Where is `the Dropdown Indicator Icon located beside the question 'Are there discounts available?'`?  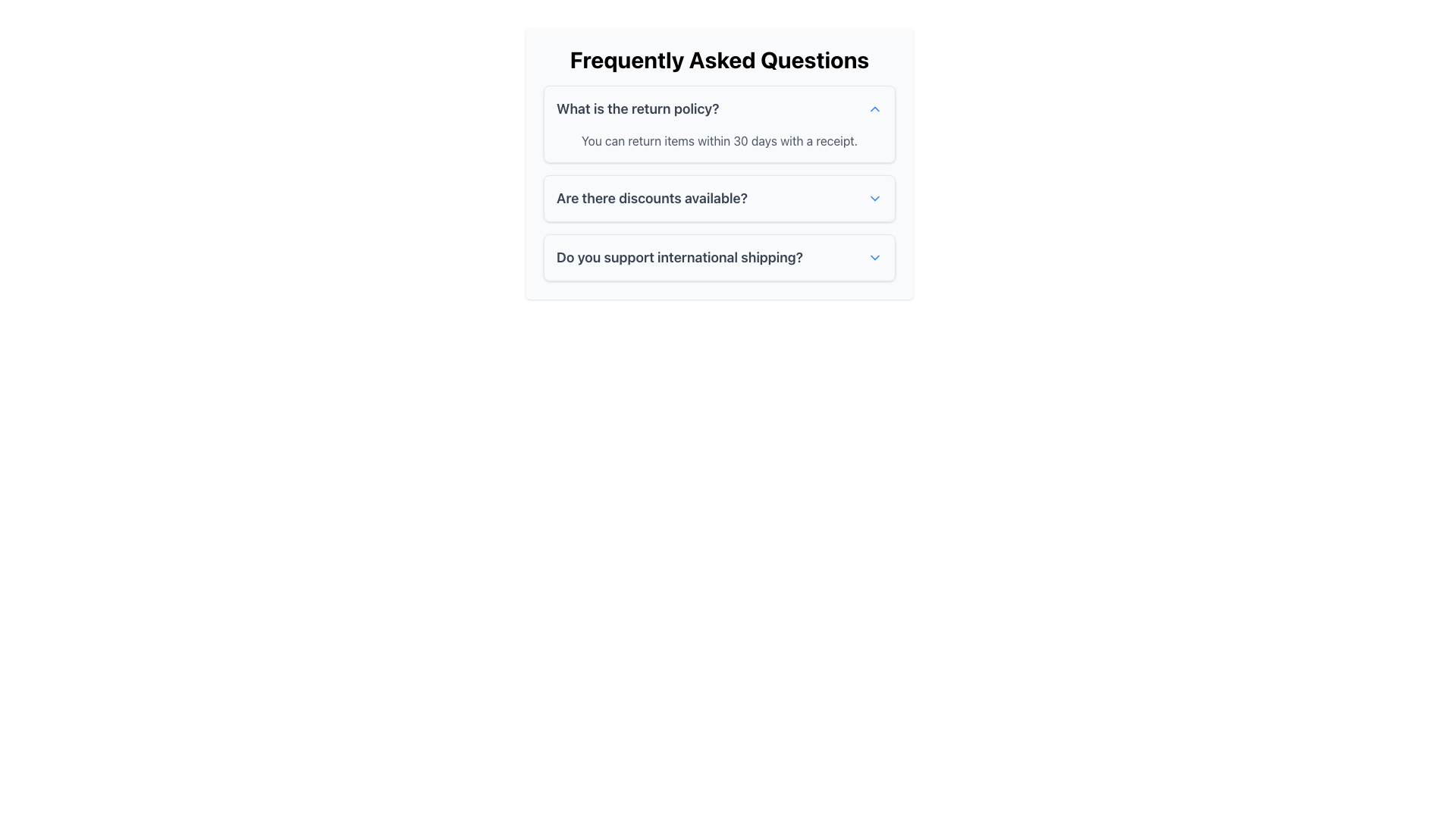
the Dropdown Indicator Icon located beside the question 'Are there discounts available?' is located at coordinates (874, 198).